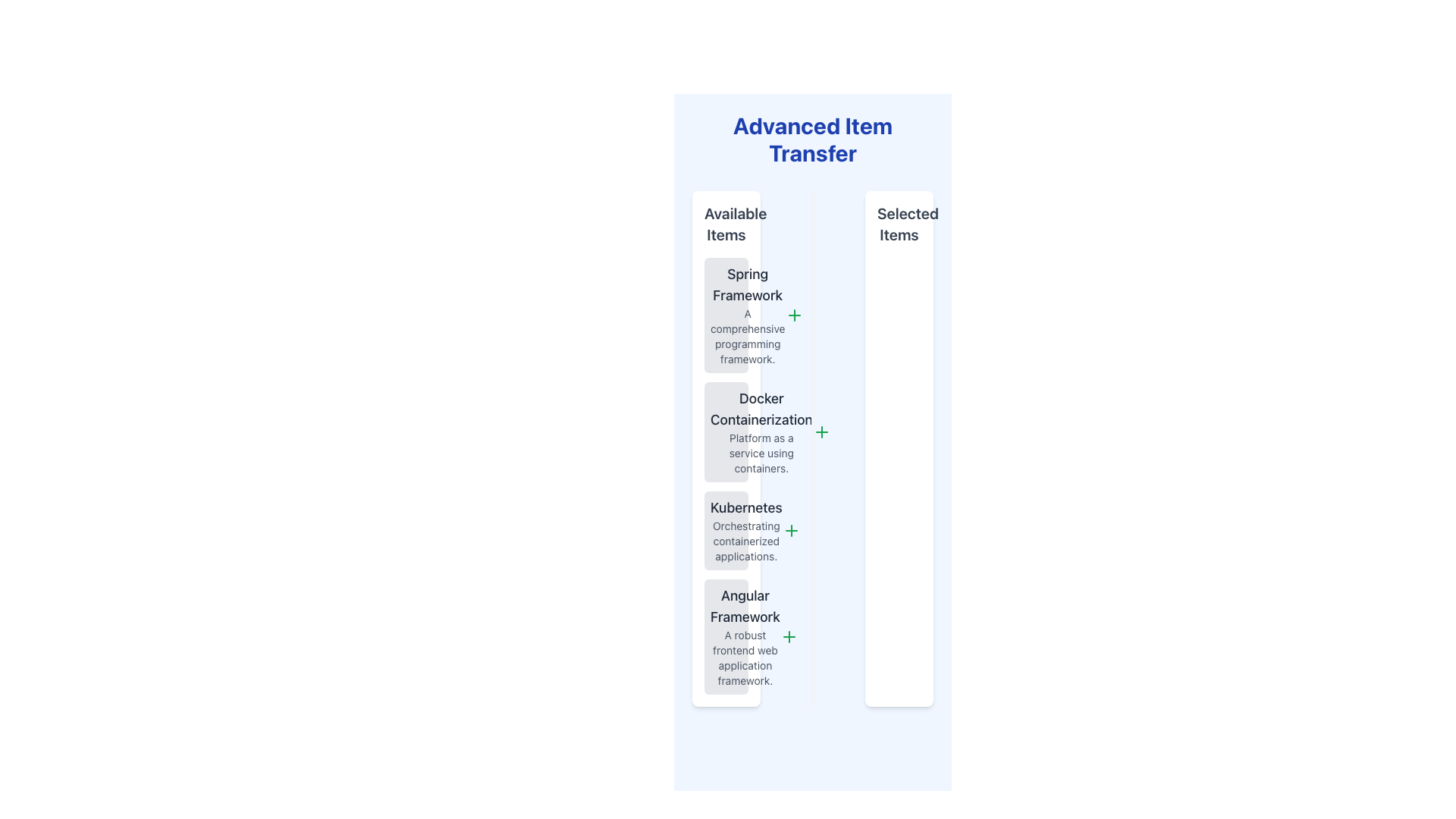  Describe the element at coordinates (789, 637) in the screenshot. I see `the plus icon located to the right of the descriptive text for the 'Angular Framework' entry in the 'Available Items' section` at that location.